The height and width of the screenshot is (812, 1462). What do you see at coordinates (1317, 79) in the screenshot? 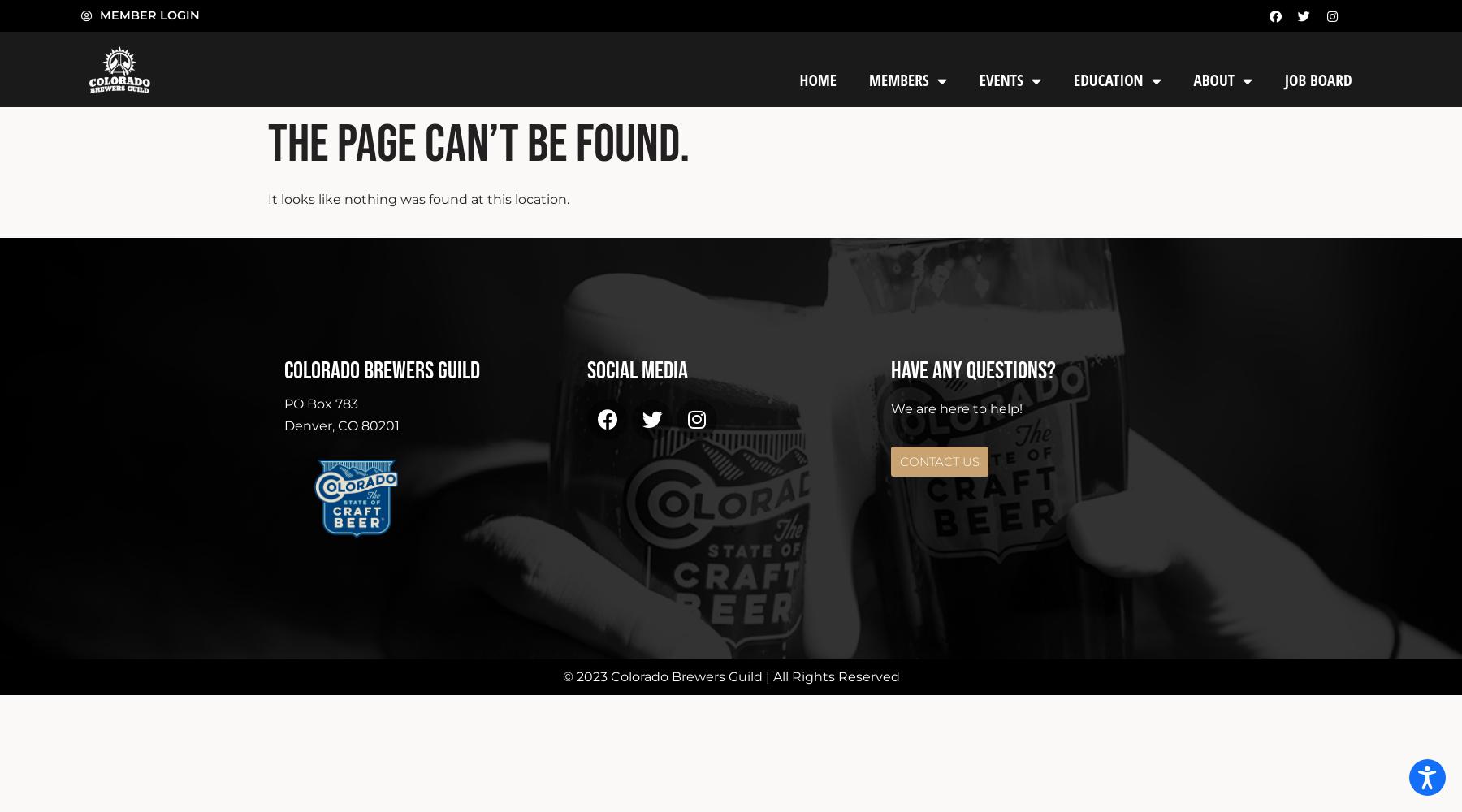
I see `'Job Board'` at bounding box center [1317, 79].